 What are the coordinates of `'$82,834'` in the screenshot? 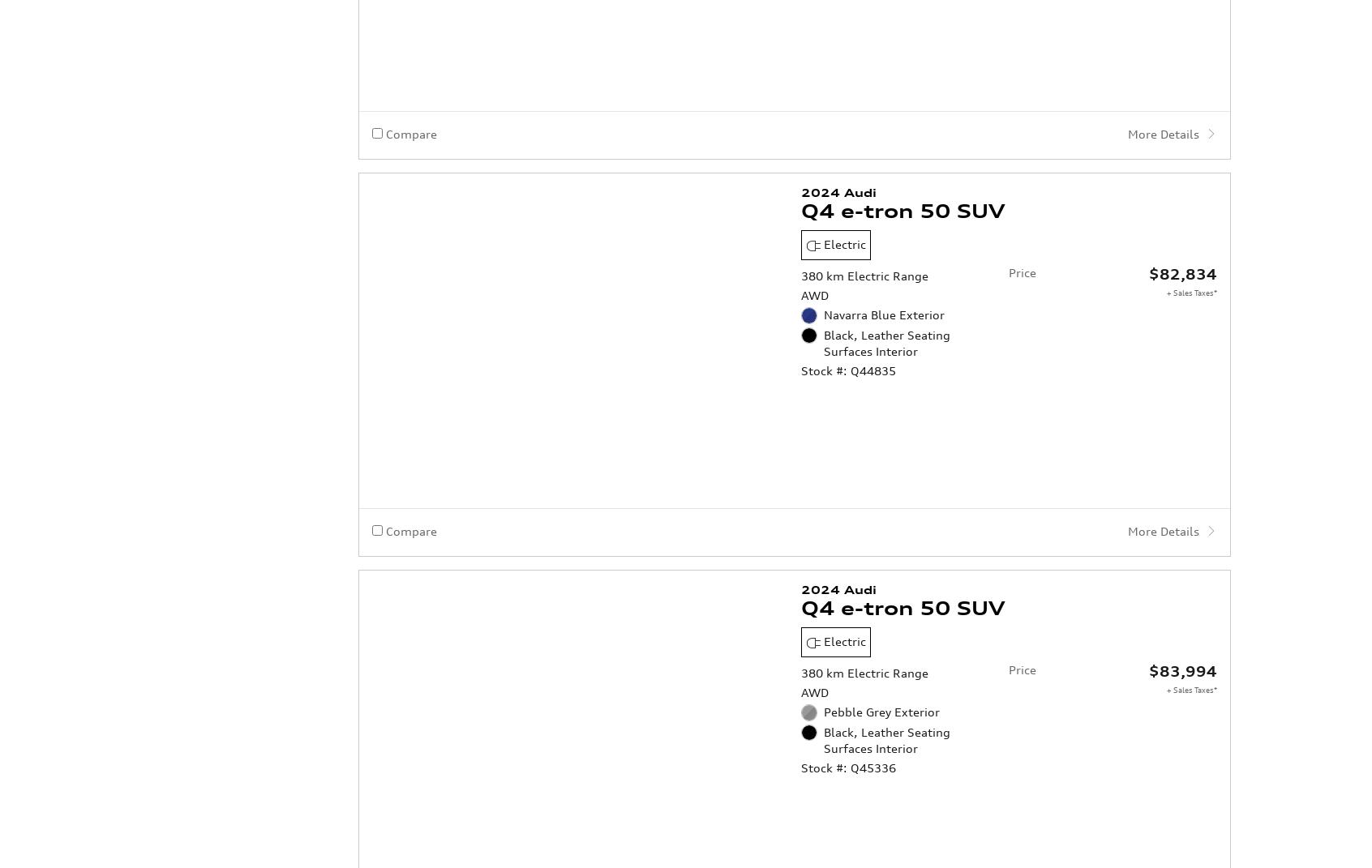 It's located at (1182, 143).